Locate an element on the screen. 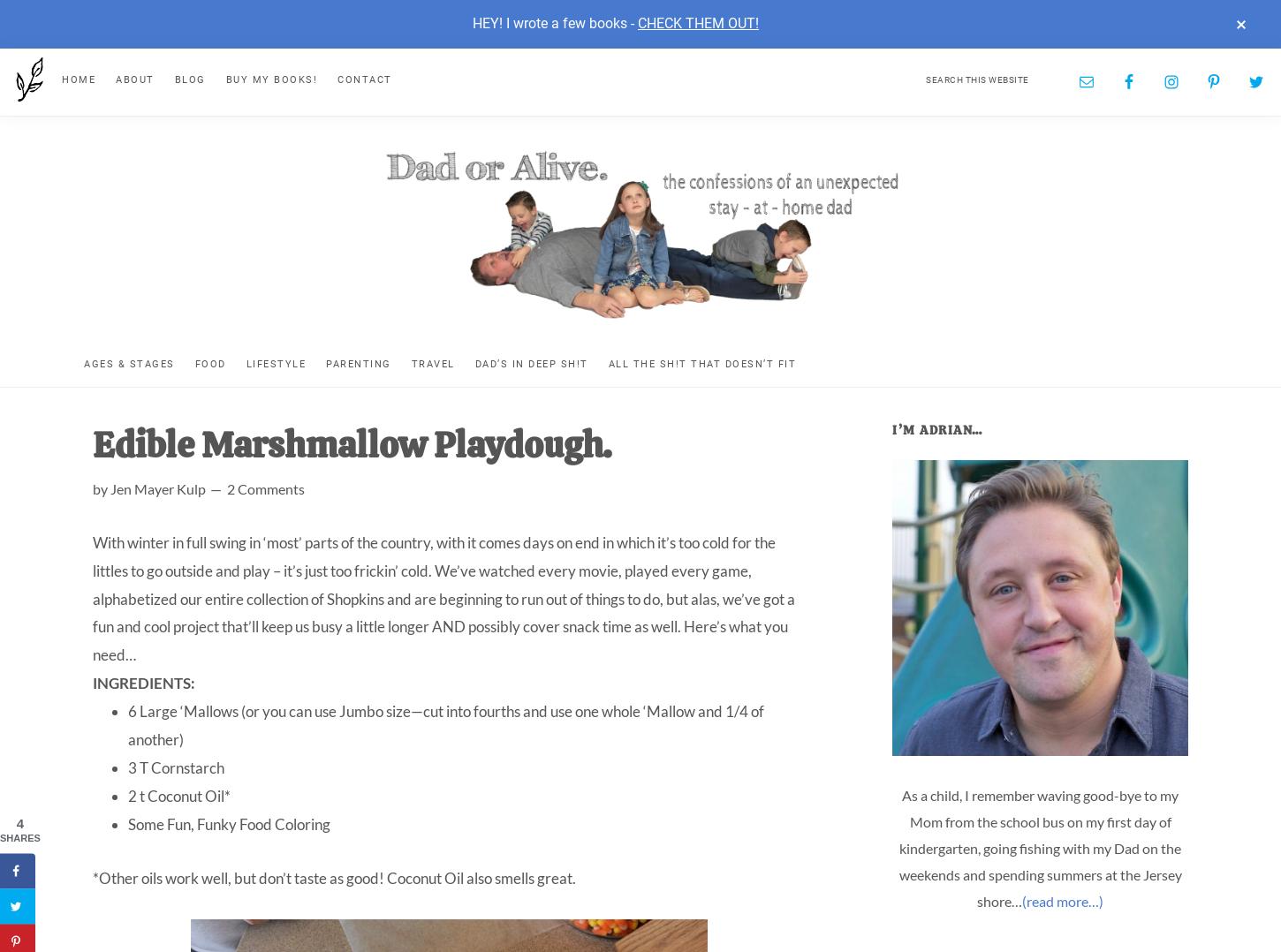 This screenshot has height=952, width=1281. 'Home' is located at coordinates (62, 78).